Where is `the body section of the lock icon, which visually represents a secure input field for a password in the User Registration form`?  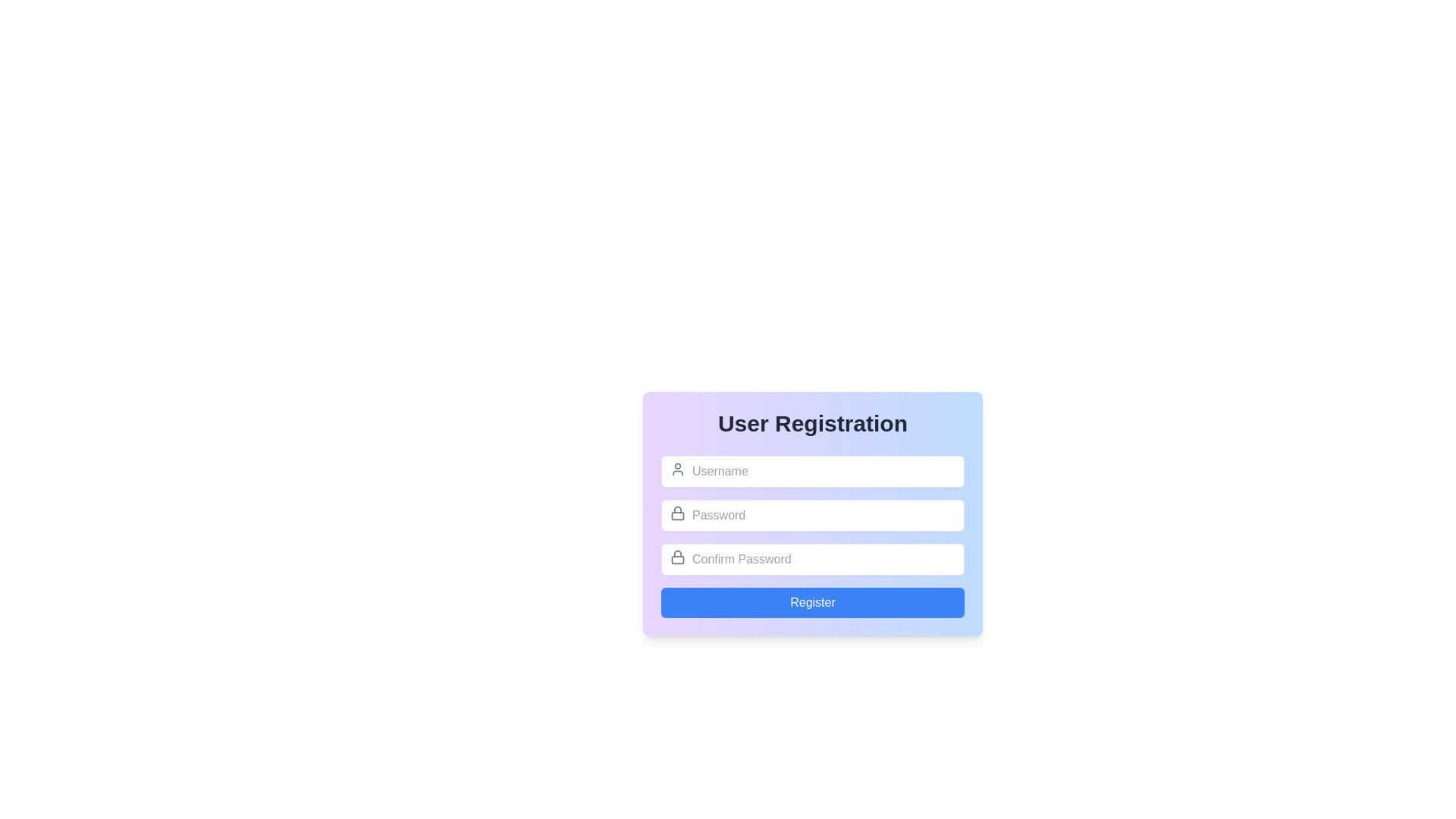
the body section of the lock icon, which visually represents a secure input field for a password in the User Registration form is located at coordinates (676, 514).